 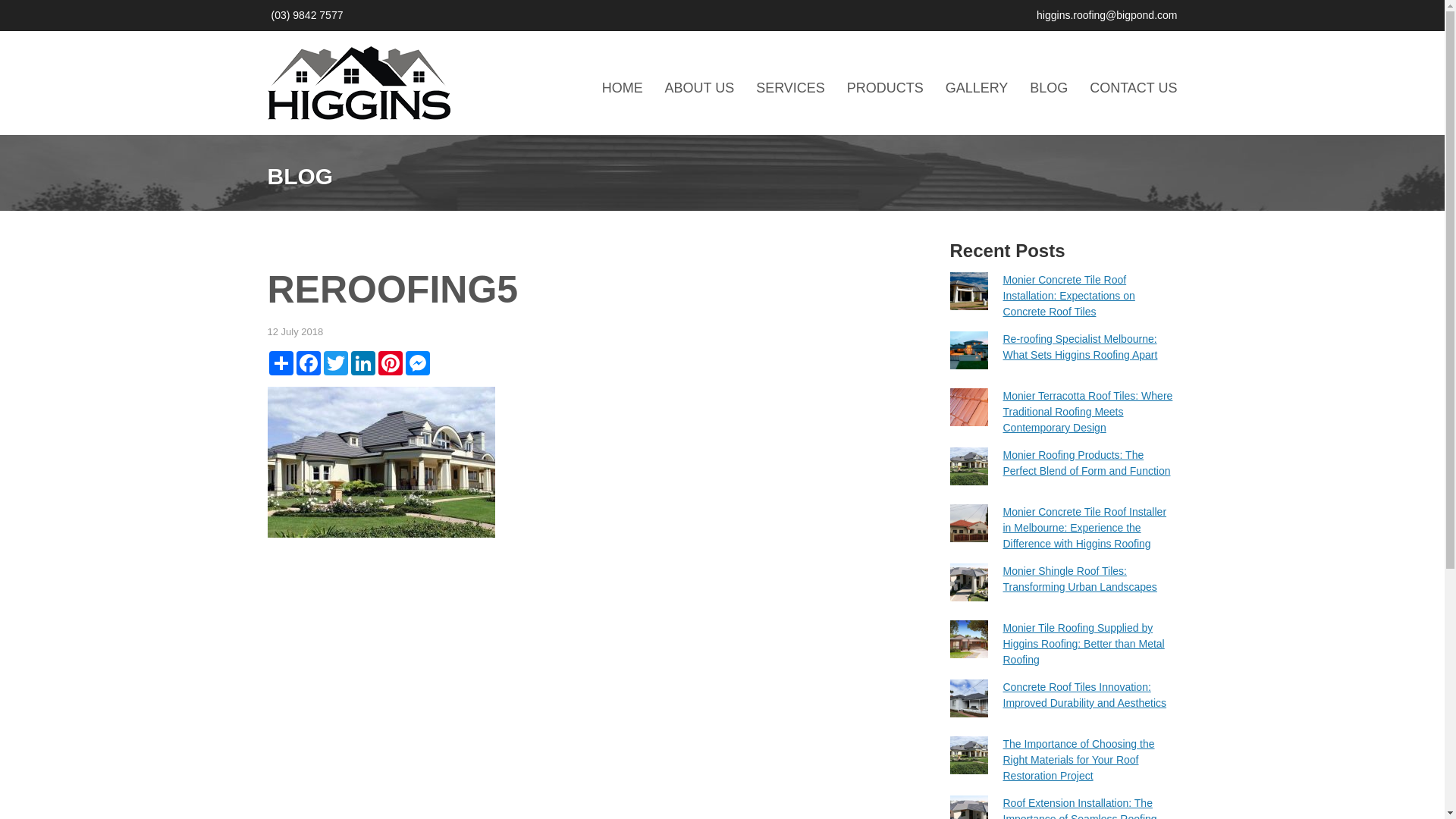 What do you see at coordinates (1002, 579) in the screenshot?
I see `'Monier Shingle Roof Tiles: Transforming Urban Landscapes'` at bounding box center [1002, 579].